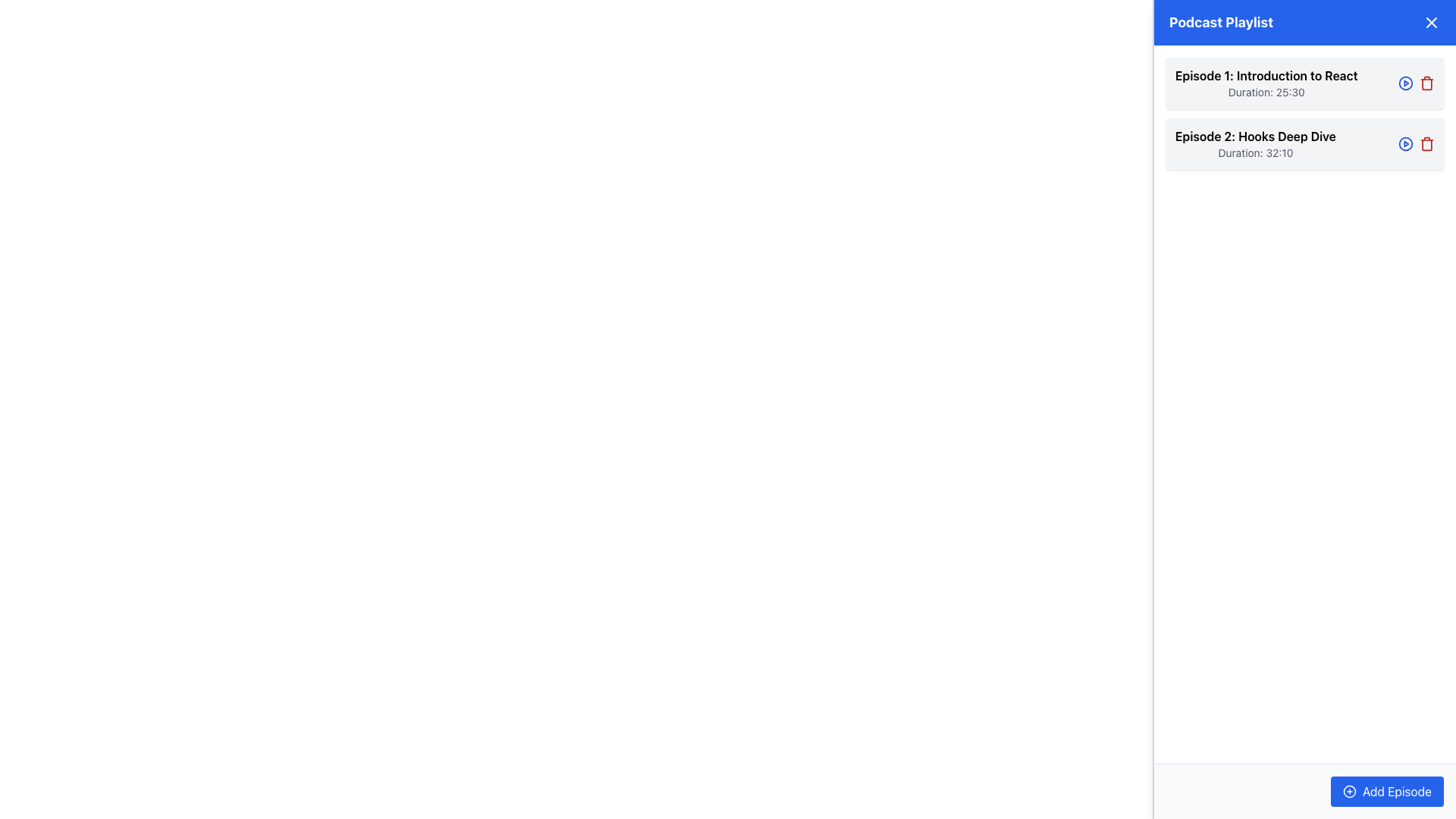 The width and height of the screenshot is (1456, 819). What do you see at coordinates (1266, 76) in the screenshot?
I see `the text label that serves as the header for the first episode in the podcast playlist, positioned above 'Duration: 25:30'` at bounding box center [1266, 76].